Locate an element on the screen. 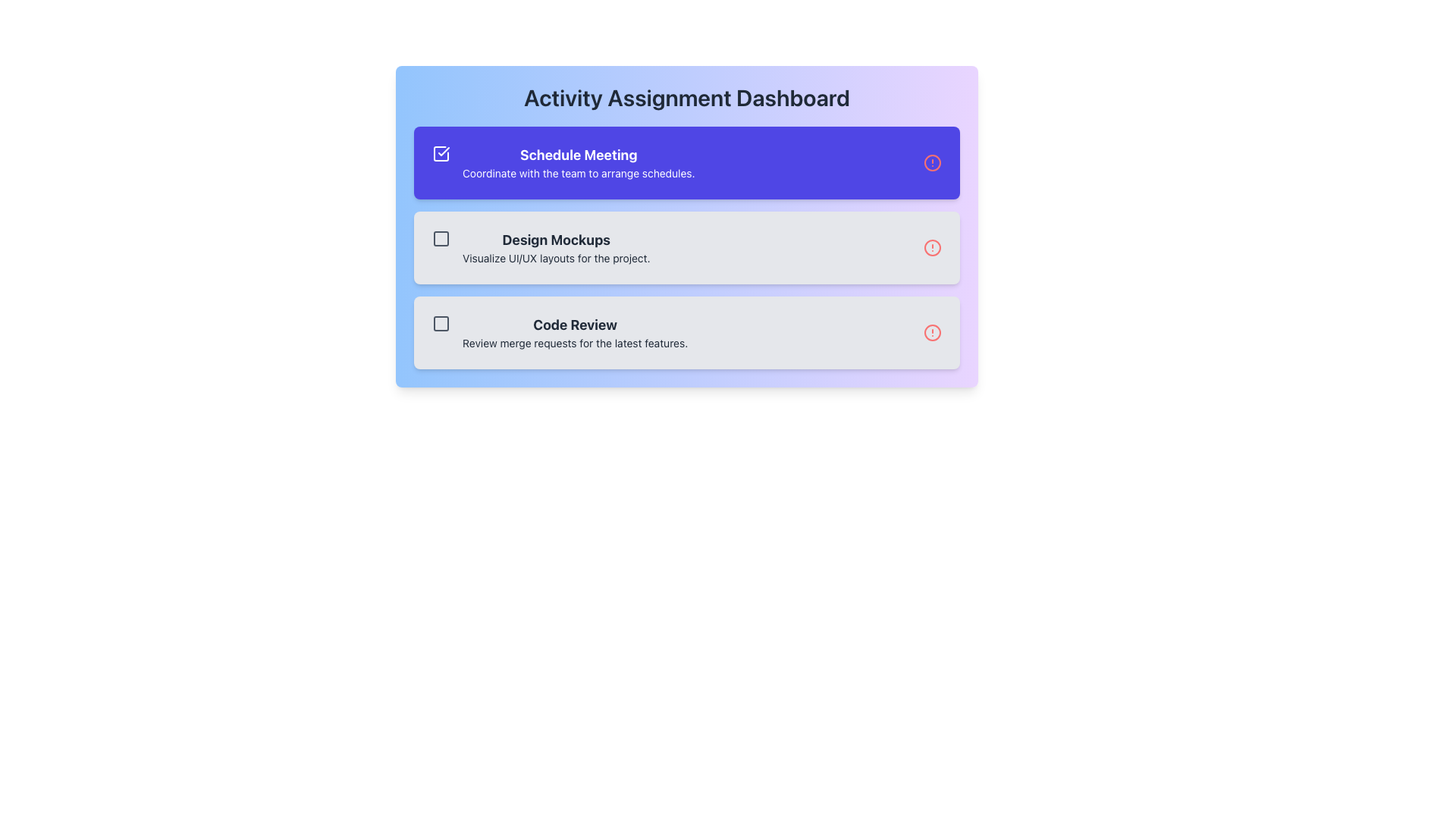 The image size is (1456, 819). static text that says 'Review merge requests for the latest features.' positioned below the 'Code Review' title in the dashboard interface is located at coordinates (574, 343).